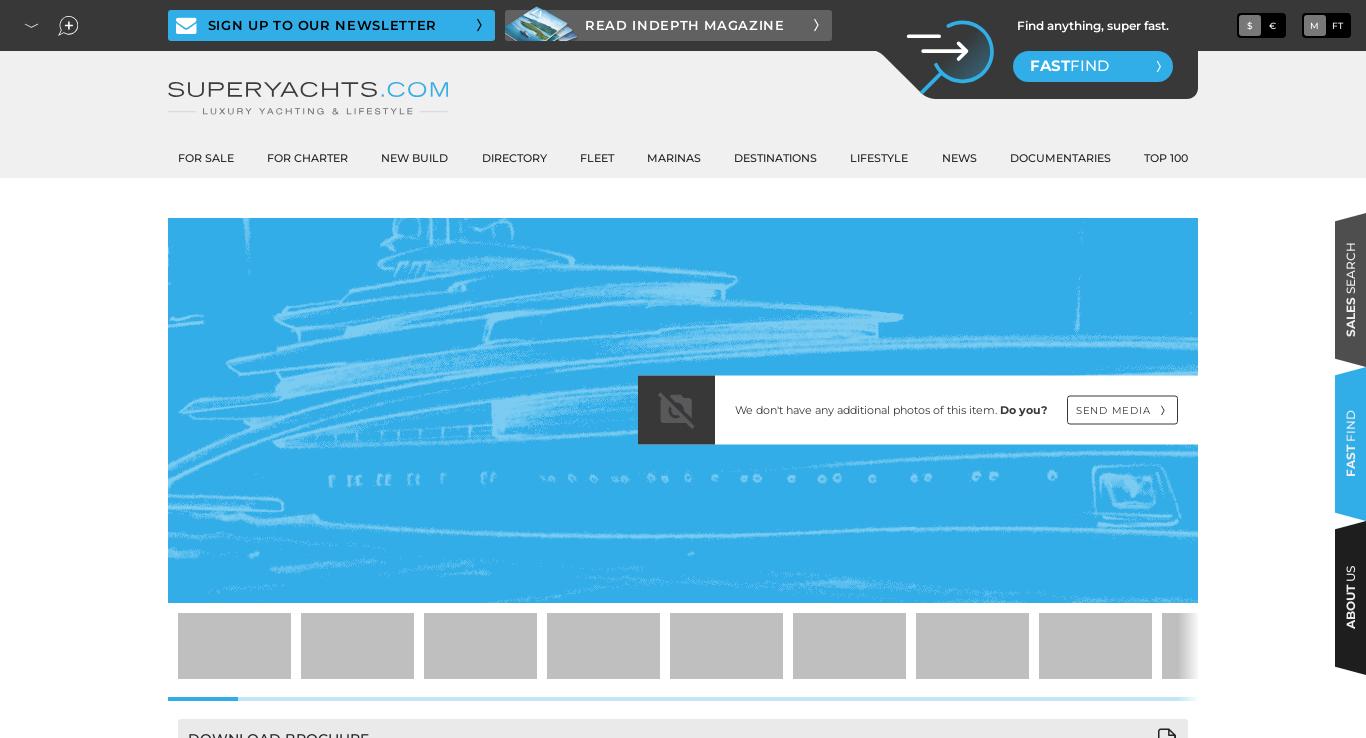 The width and height of the screenshot is (1366, 738). What do you see at coordinates (878, 157) in the screenshot?
I see `'Lifestyle'` at bounding box center [878, 157].